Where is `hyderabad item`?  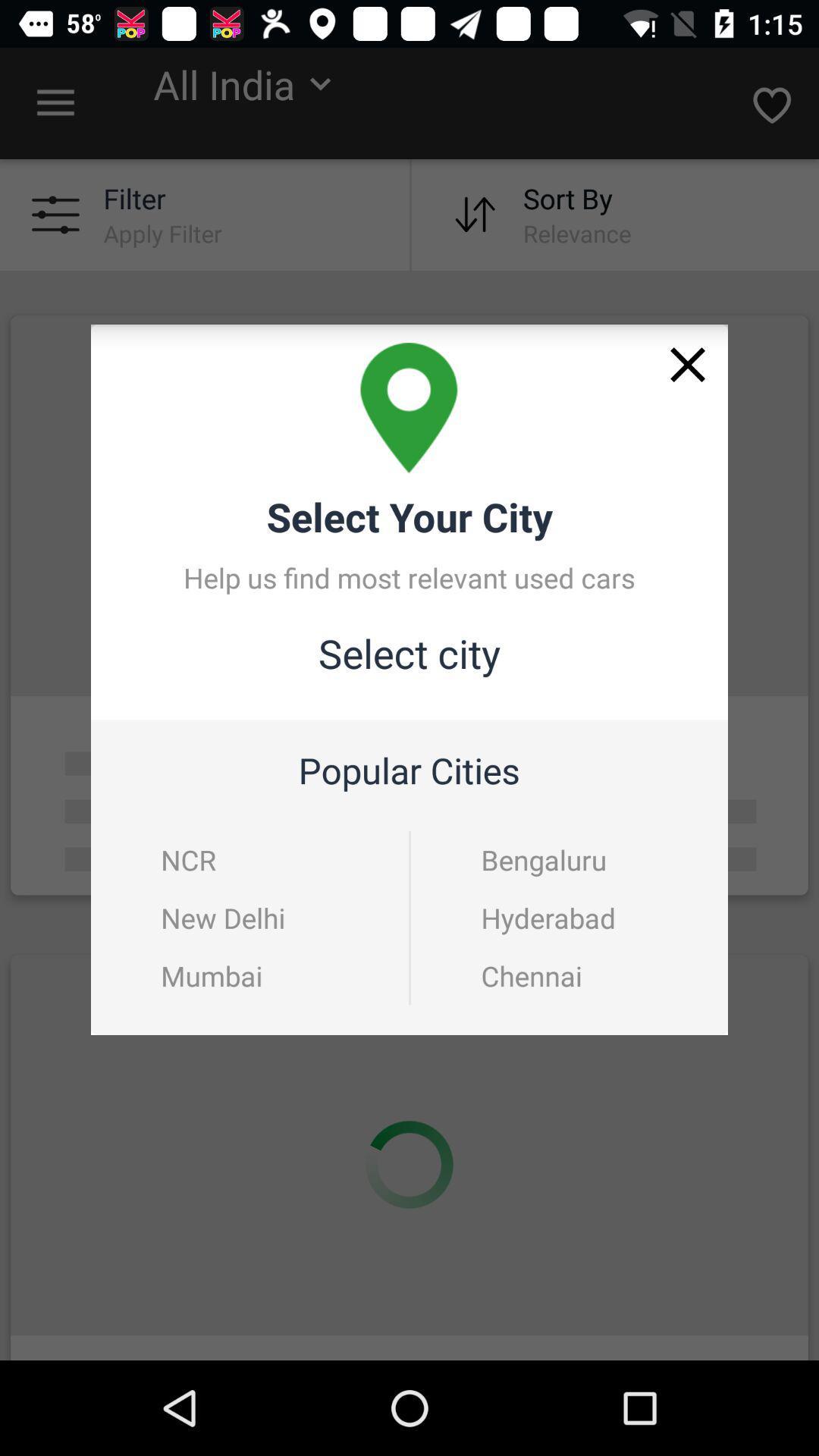 hyderabad item is located at coordinates (570, 917).